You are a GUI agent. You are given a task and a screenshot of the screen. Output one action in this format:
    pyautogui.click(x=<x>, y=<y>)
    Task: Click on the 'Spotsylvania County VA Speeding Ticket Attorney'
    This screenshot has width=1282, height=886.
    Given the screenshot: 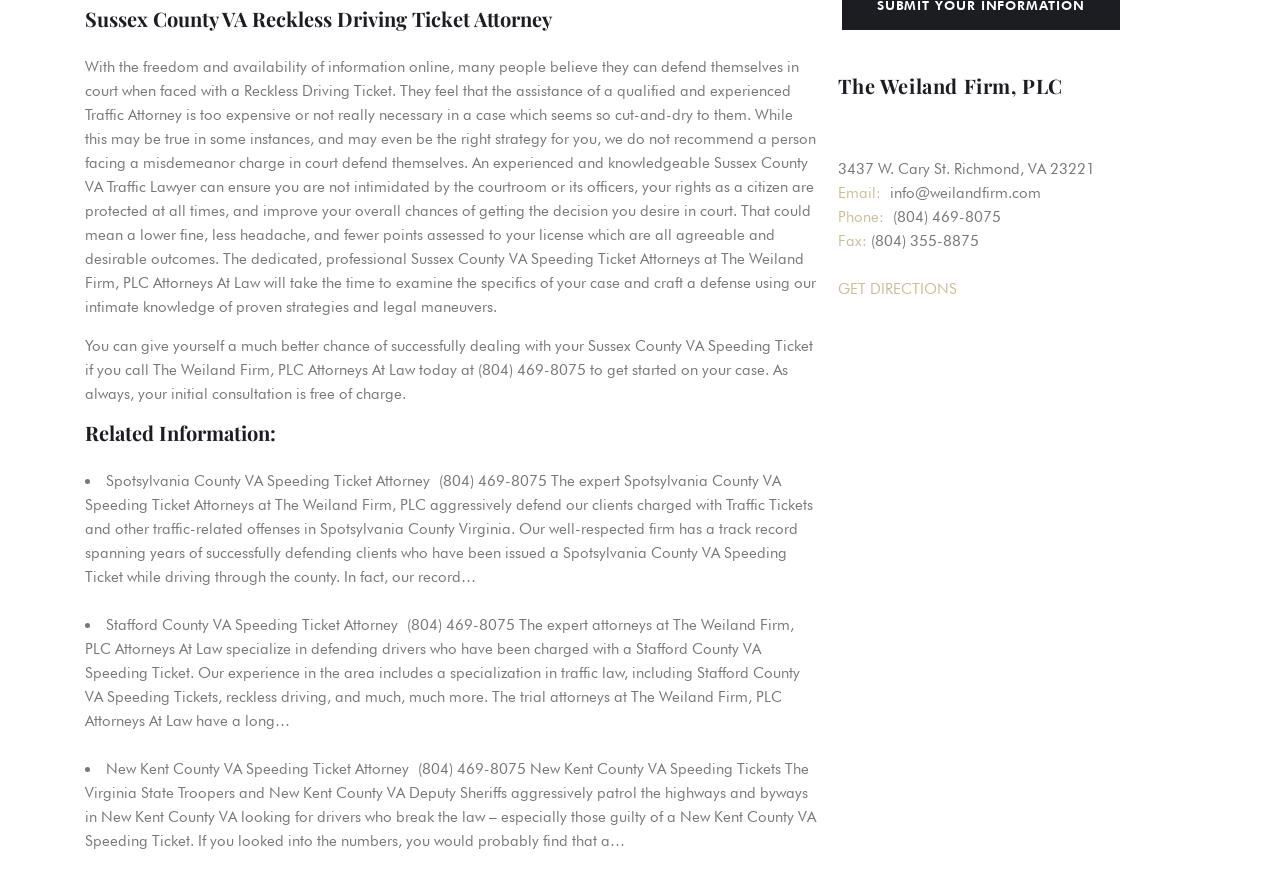 What is the action you would take?
    pyautogui.click(x=267, y=481)
    